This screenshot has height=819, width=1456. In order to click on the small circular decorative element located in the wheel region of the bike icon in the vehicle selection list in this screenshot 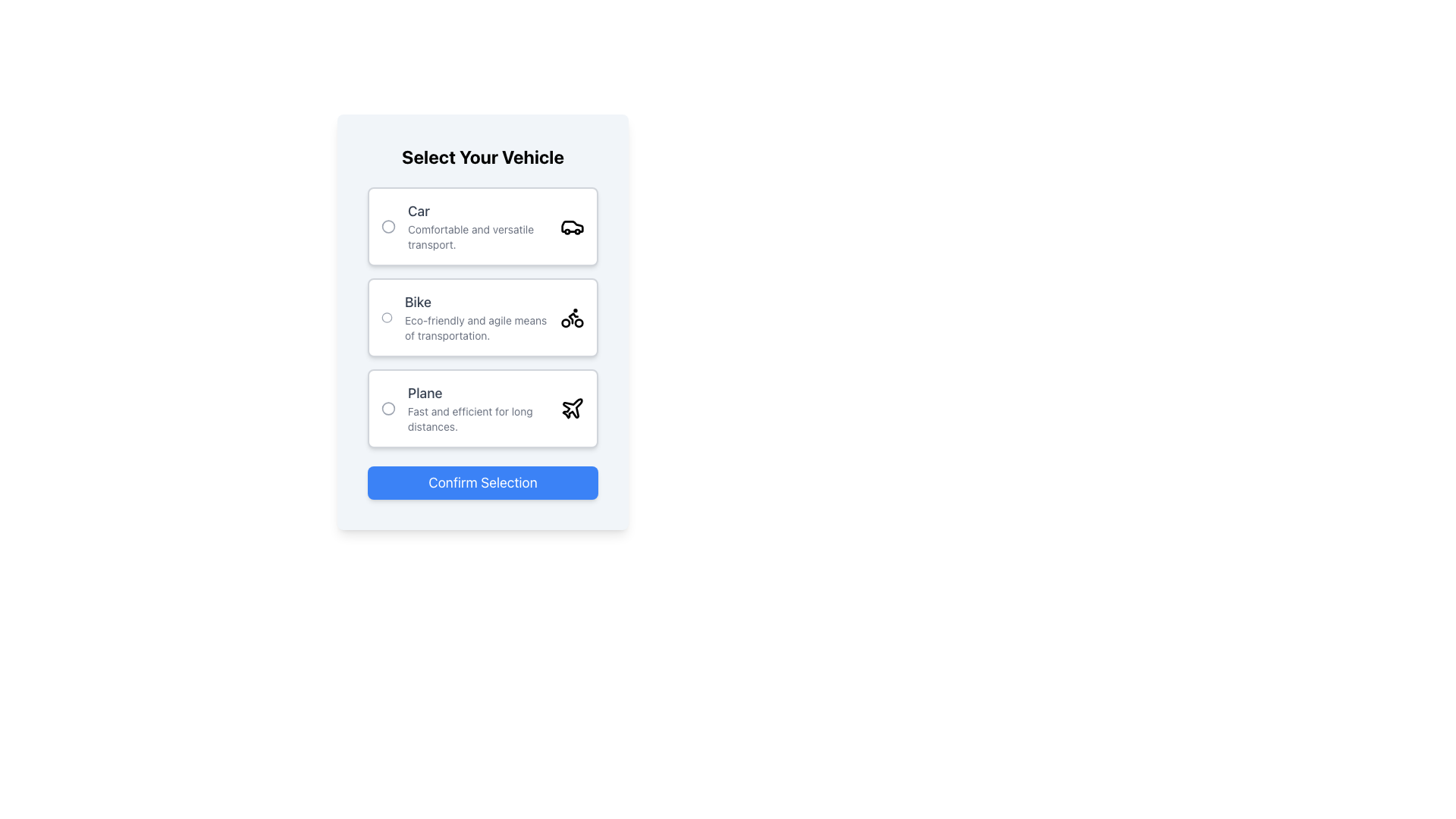, I will do `click(578, 322)`.